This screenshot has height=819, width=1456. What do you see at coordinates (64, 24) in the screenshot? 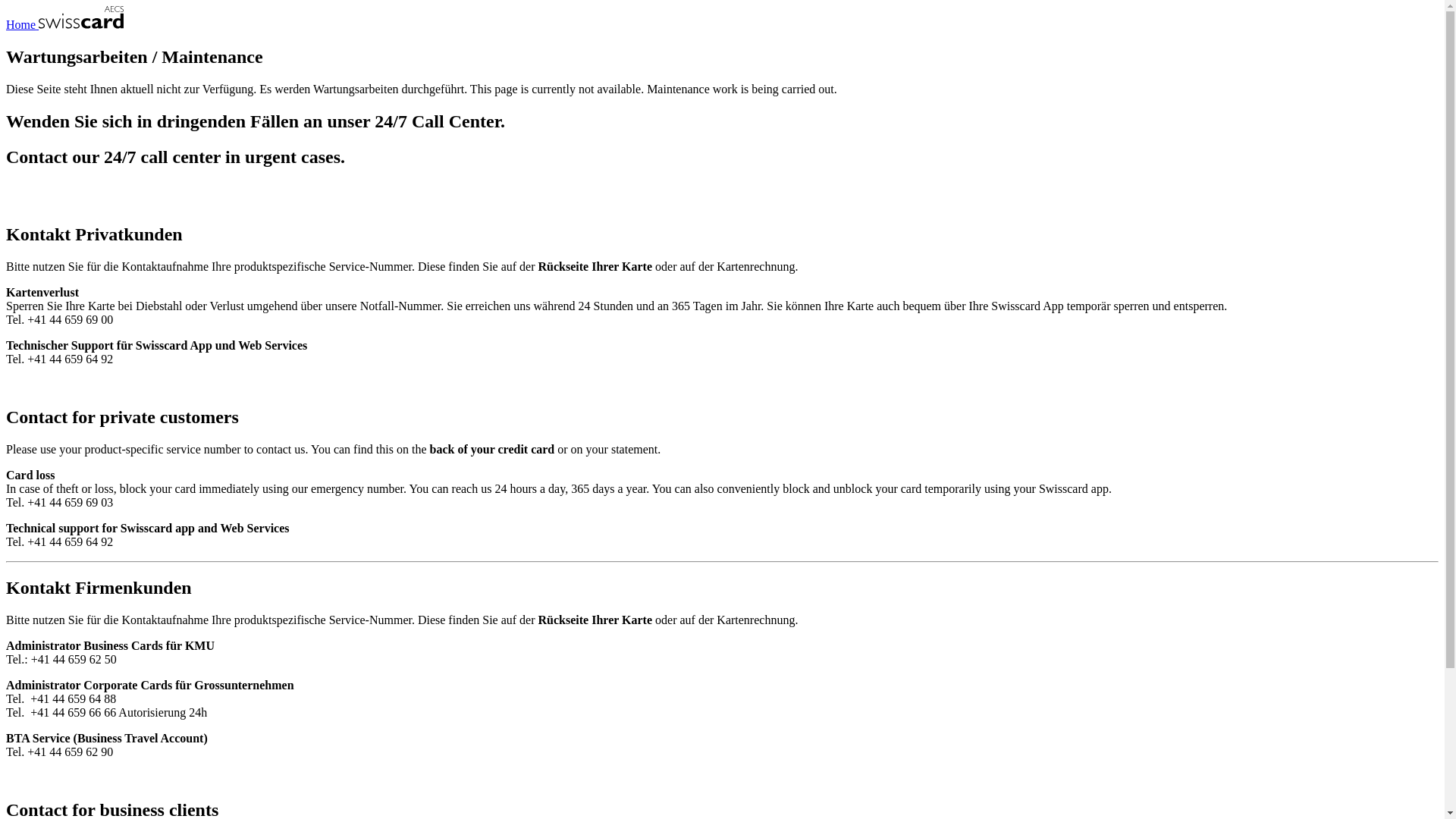
I see `'Home'` at bounding box center [64, 24].